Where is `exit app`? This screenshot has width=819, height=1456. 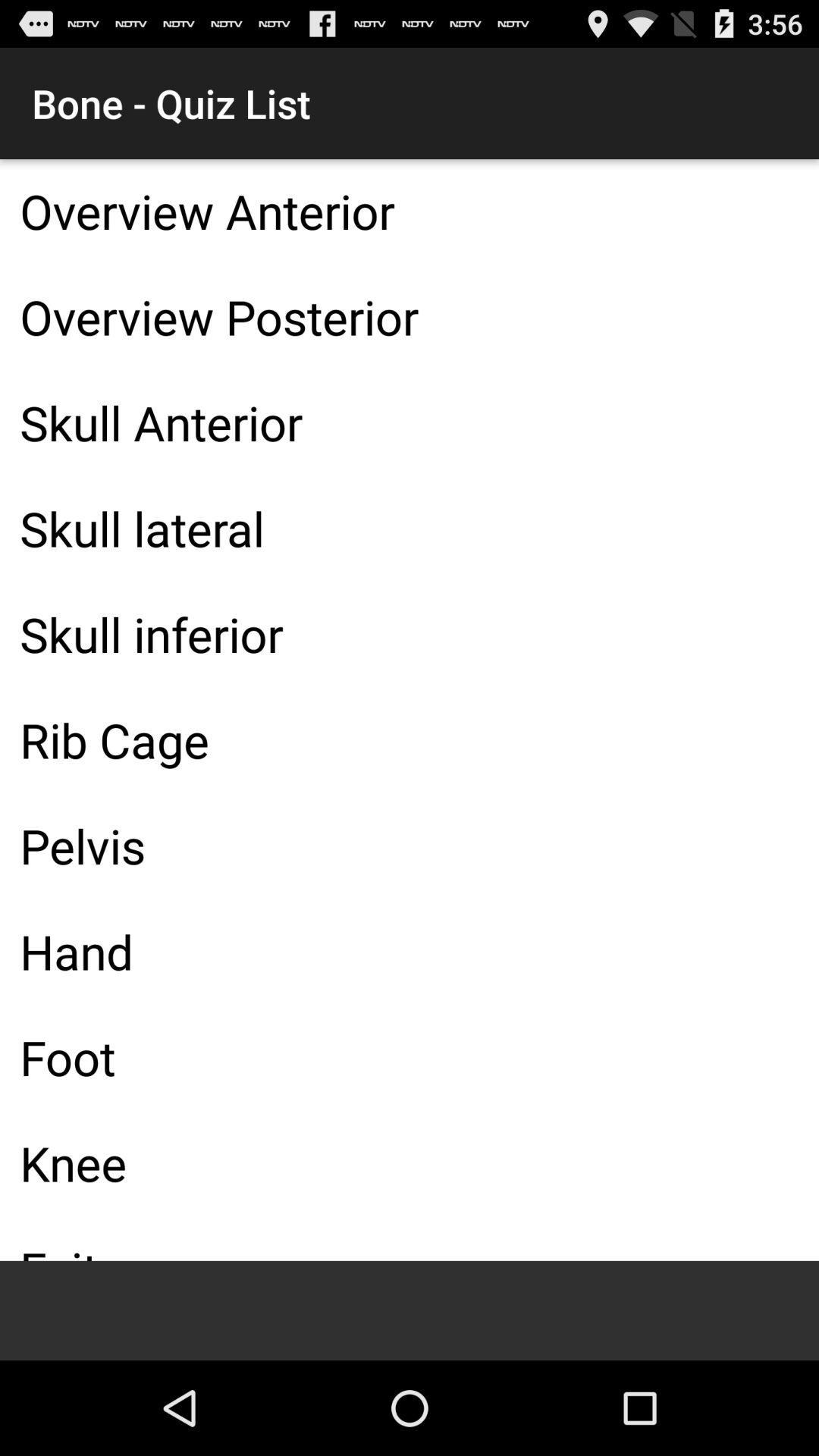
exit app is located at coordinates (409, 1238).